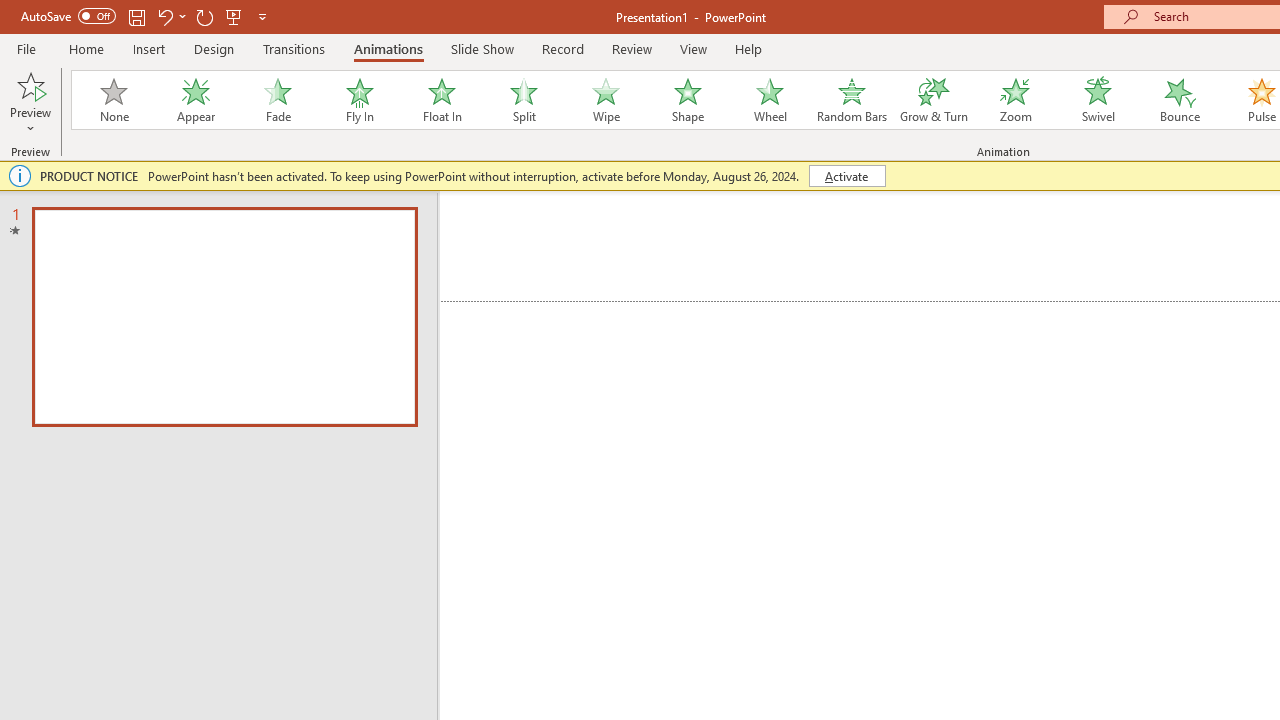 The image size is (1280, 720). I want to click on 'Appear', so click(195, 100).